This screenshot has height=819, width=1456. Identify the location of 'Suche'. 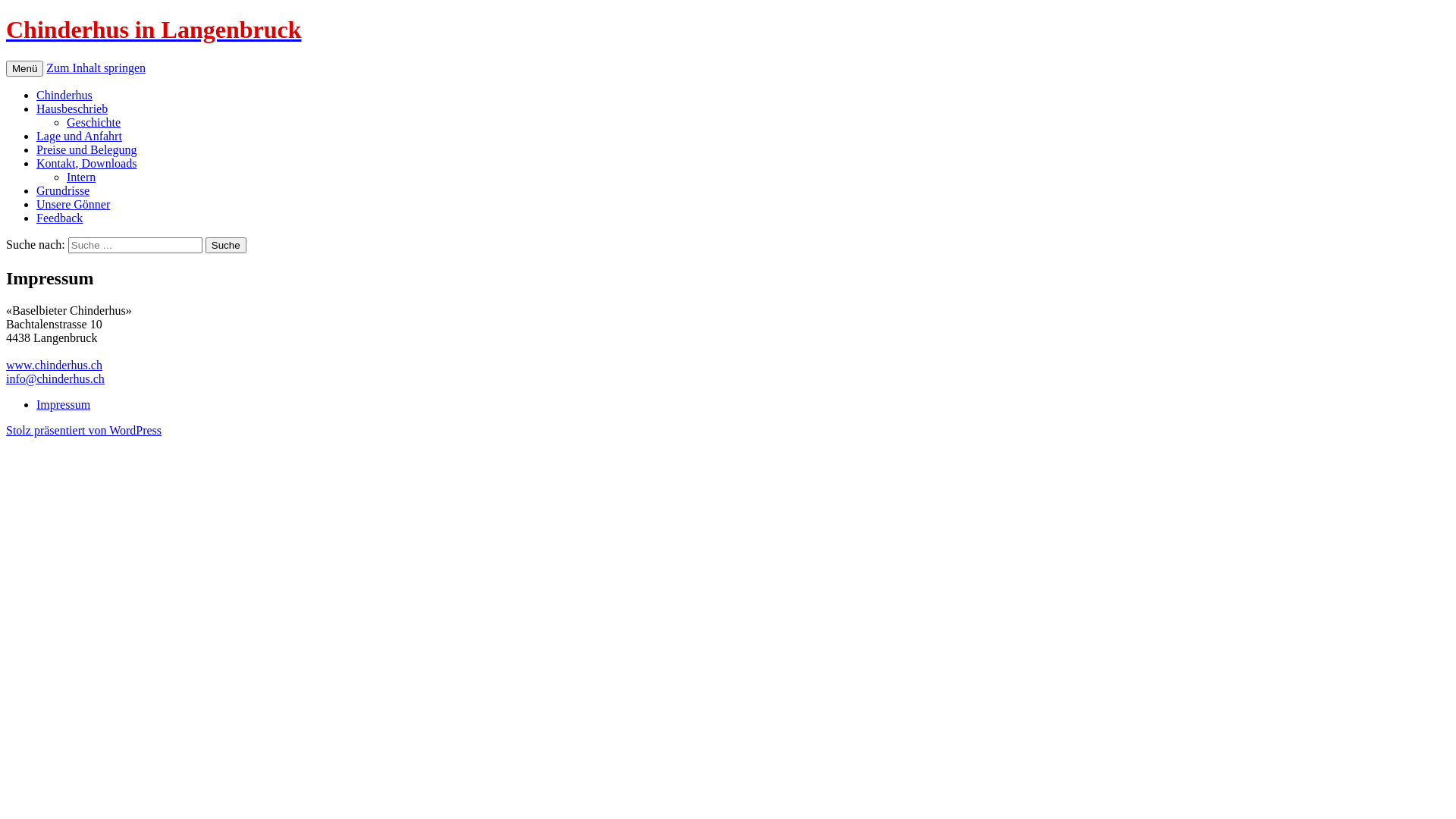
(204, 244).